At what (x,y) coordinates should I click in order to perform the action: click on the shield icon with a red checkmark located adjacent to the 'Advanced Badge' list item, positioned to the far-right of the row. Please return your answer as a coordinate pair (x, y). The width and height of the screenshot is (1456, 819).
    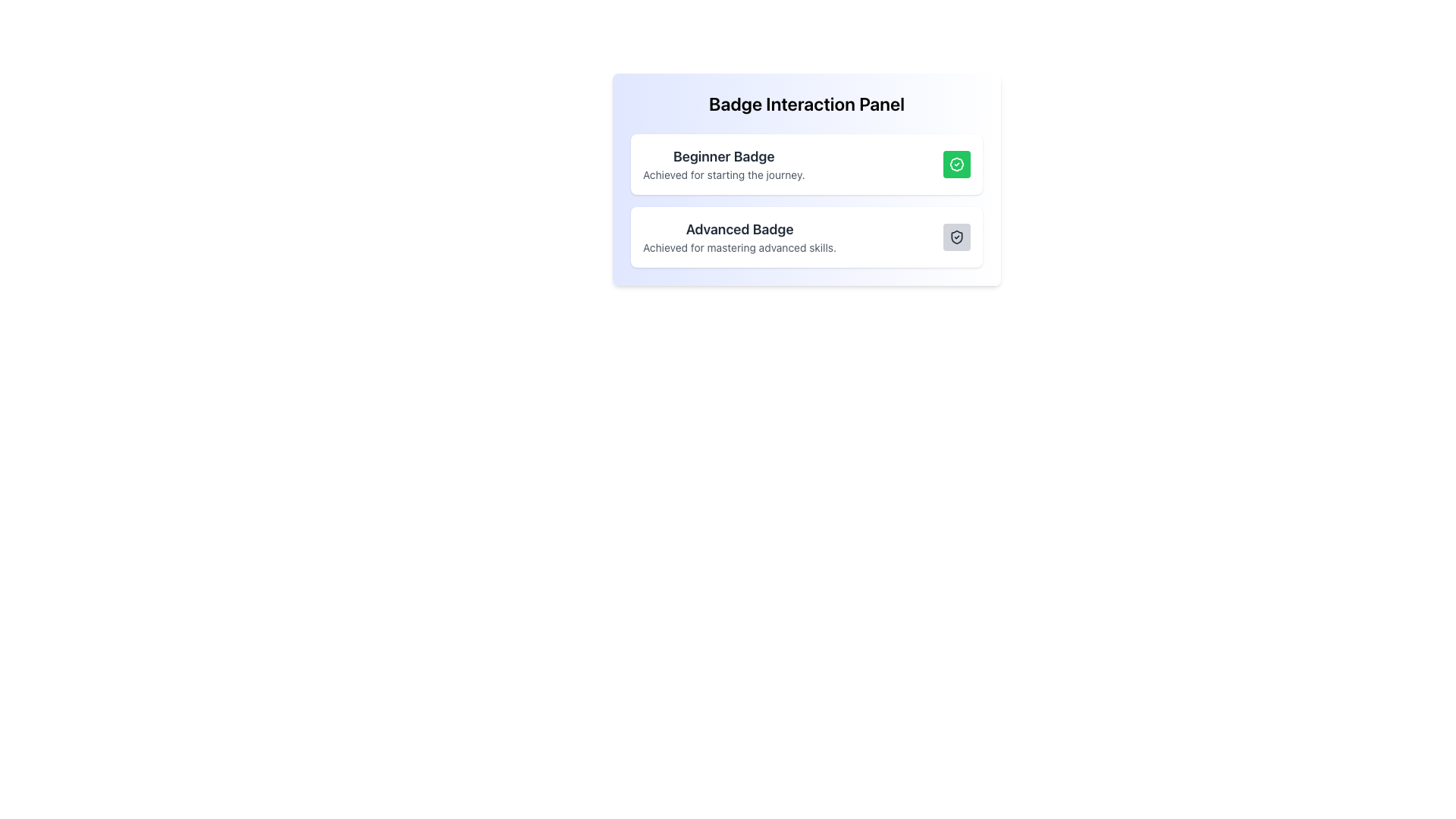
    Looking at the image, I should click on (956, 237).